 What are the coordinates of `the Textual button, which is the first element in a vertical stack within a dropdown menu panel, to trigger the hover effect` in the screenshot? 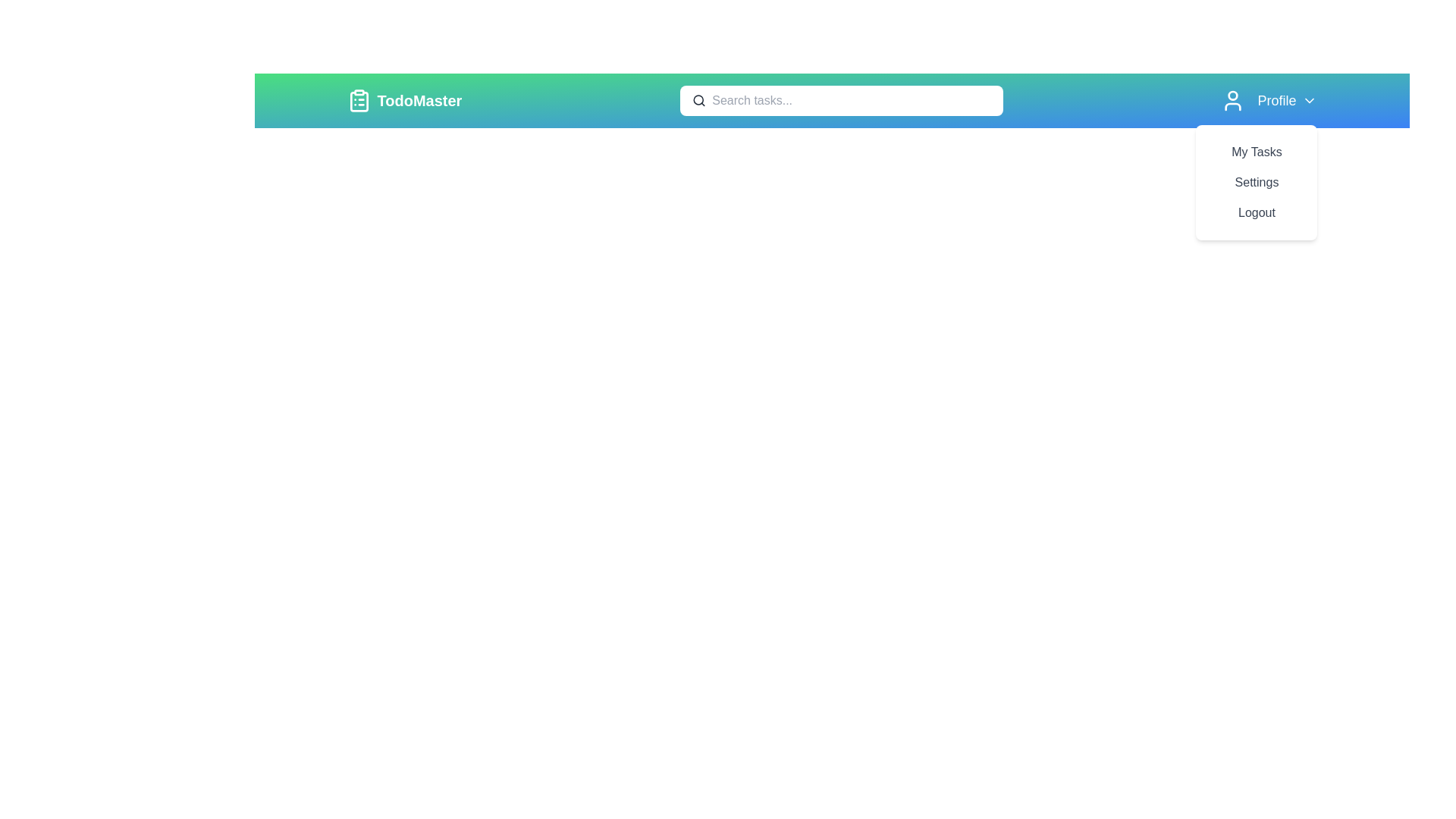 It's located at (1257, 152).